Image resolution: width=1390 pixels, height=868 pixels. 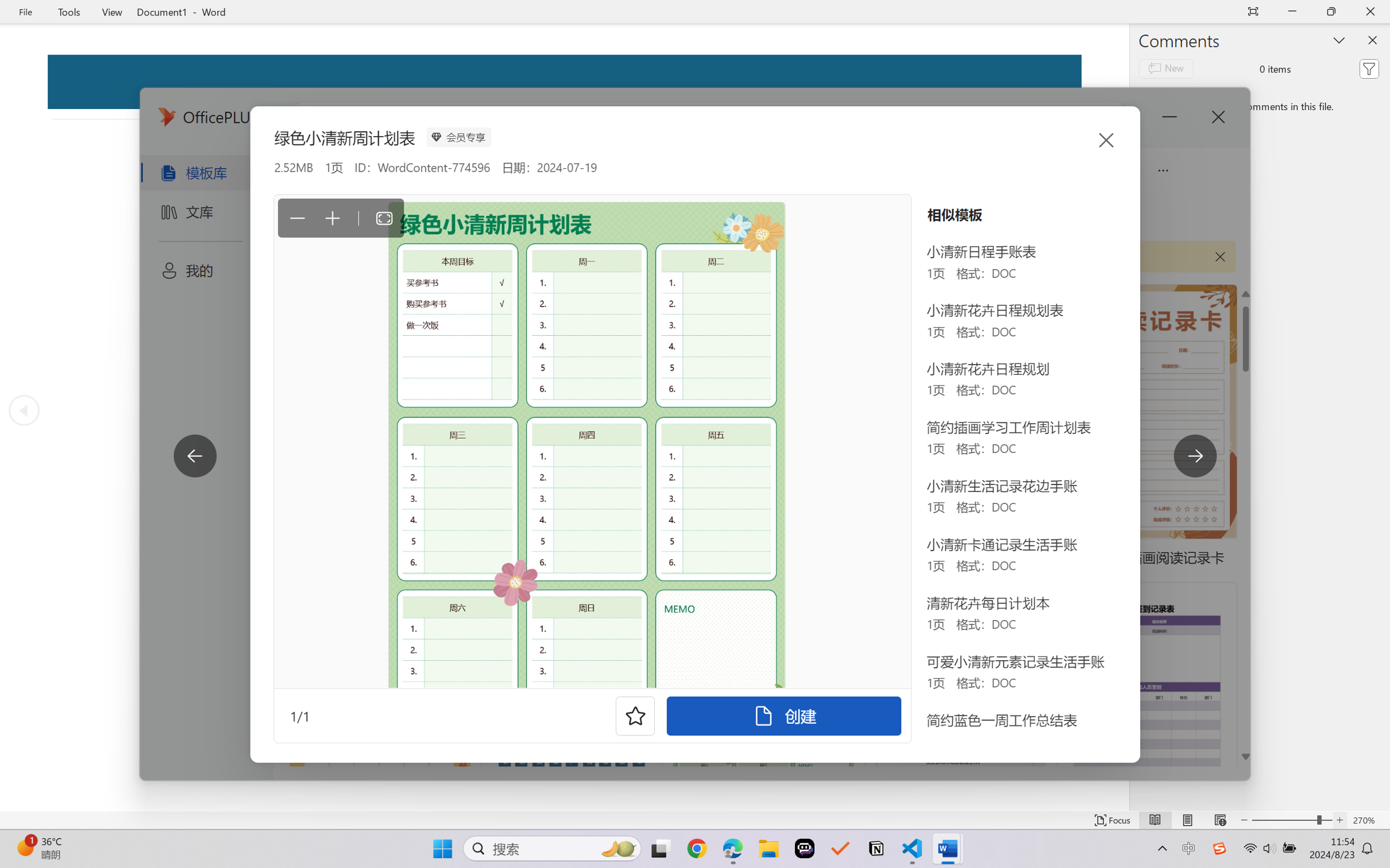 What do you see at coordinates (1292, 820) in the screenshot?
I see `'Text Size'` at bounding box center [1292, 820].